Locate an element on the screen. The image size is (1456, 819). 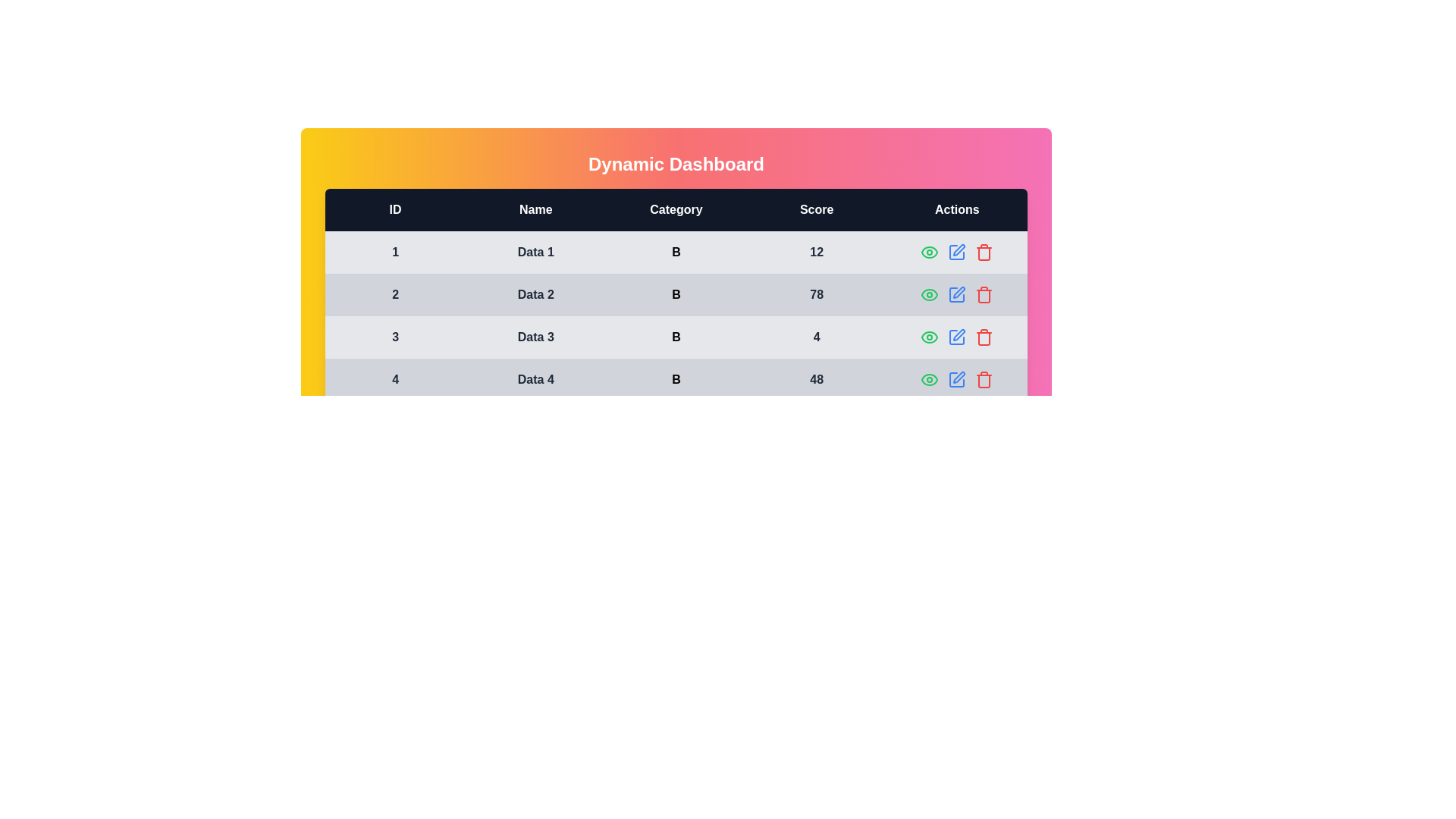
the row corresponding to 1 is located at coordinates (984, 251).